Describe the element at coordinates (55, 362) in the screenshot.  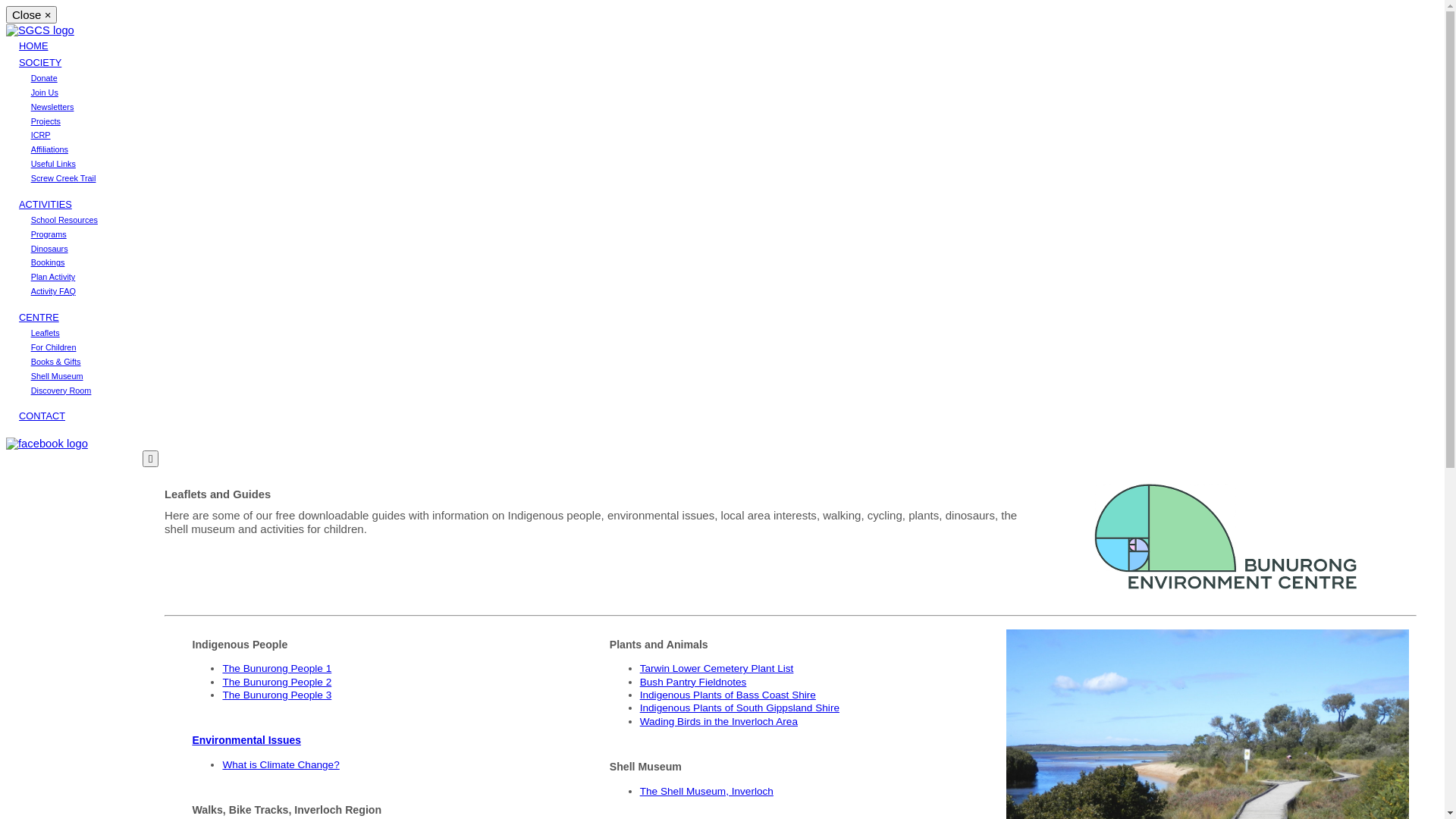
I see `'Books & Gifts'` at that location.